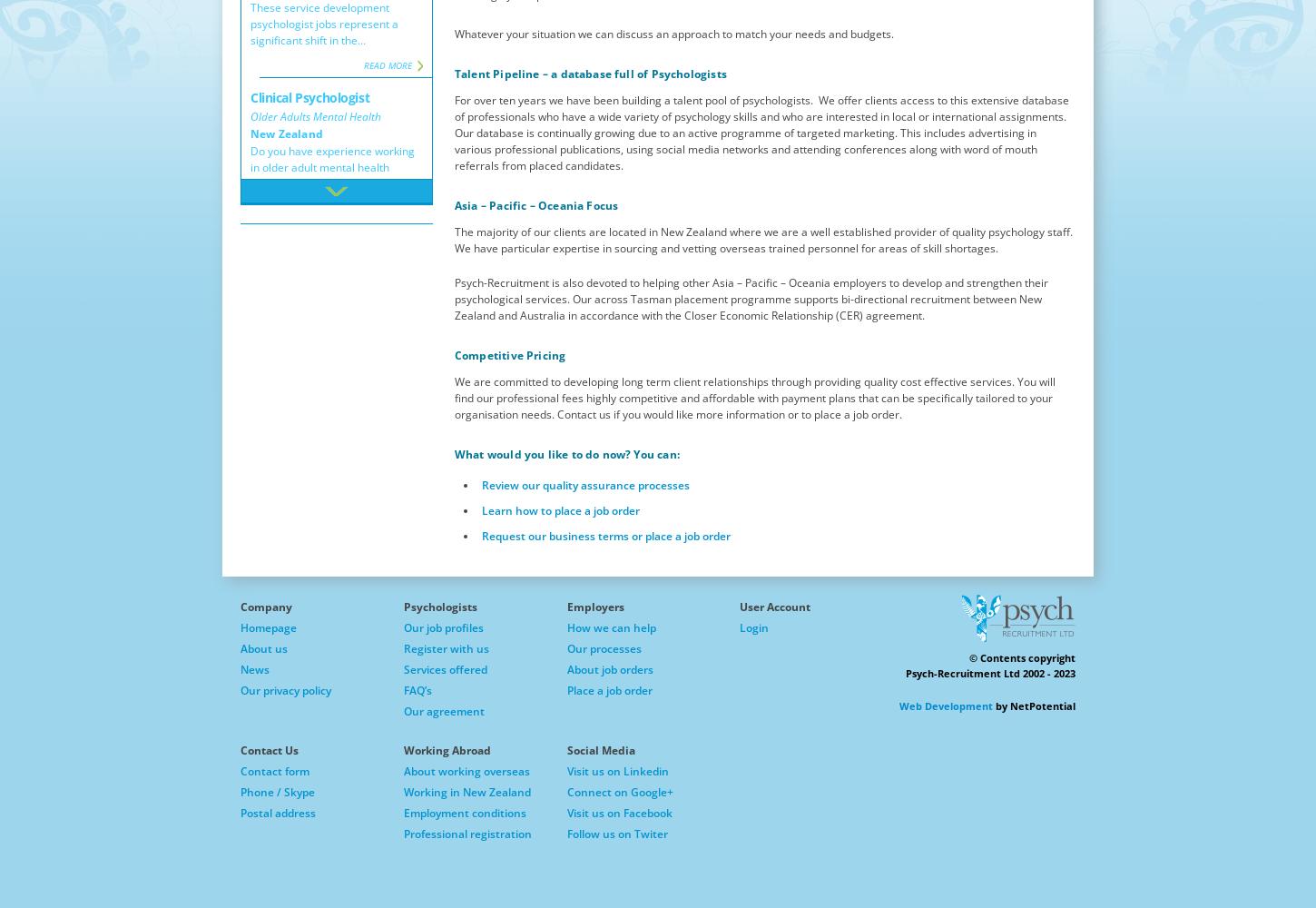 The height and width of the screenshot is (908, 1316). What do you see at coordinates (330, 241) in the screenshot?
I see `'Interested in working with adults with severe mental illness, psychological distress and...'` at bounding box center [330, 241].